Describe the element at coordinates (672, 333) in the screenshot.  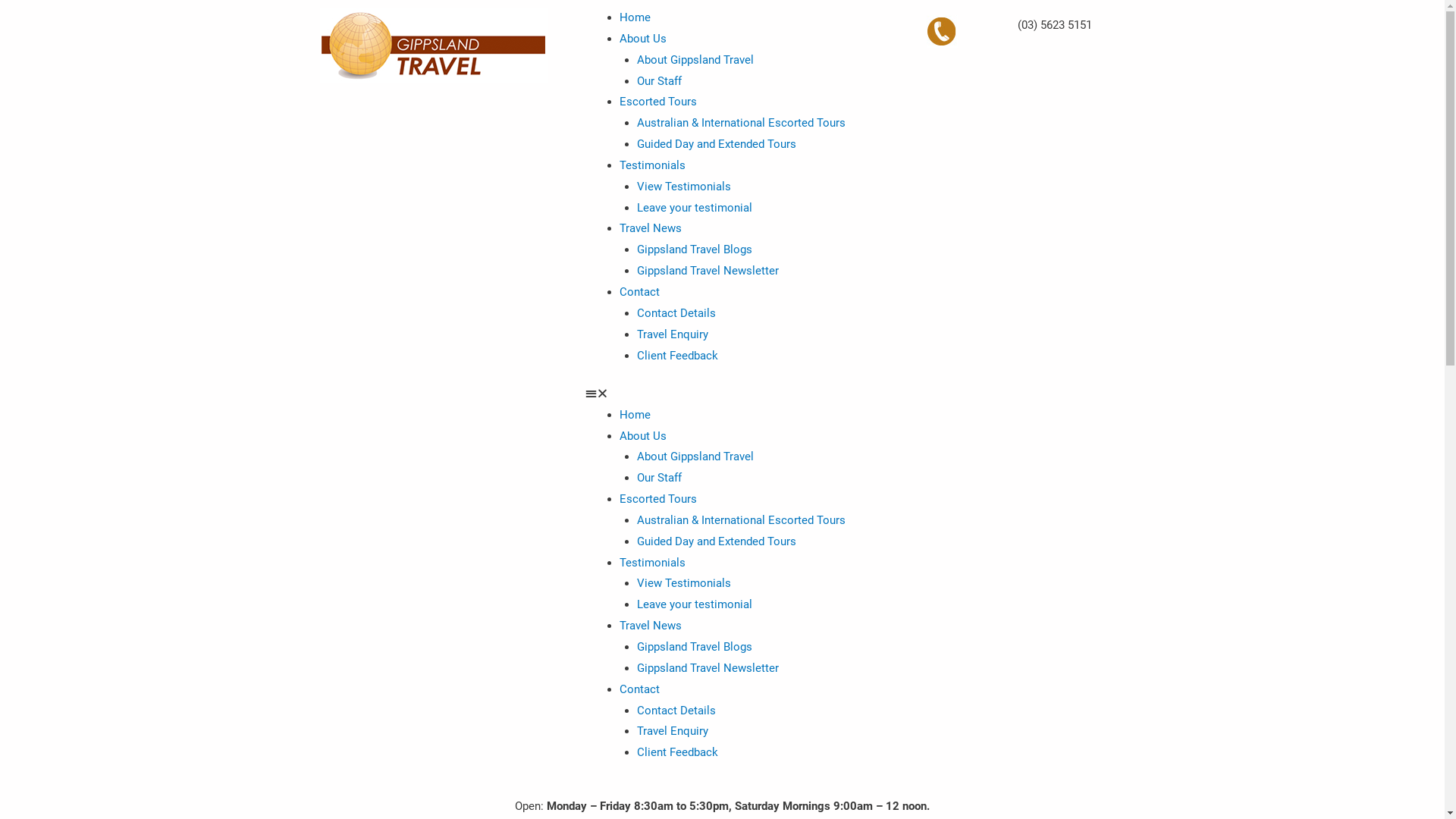
I see `'Travel Enquiry'` at that location.